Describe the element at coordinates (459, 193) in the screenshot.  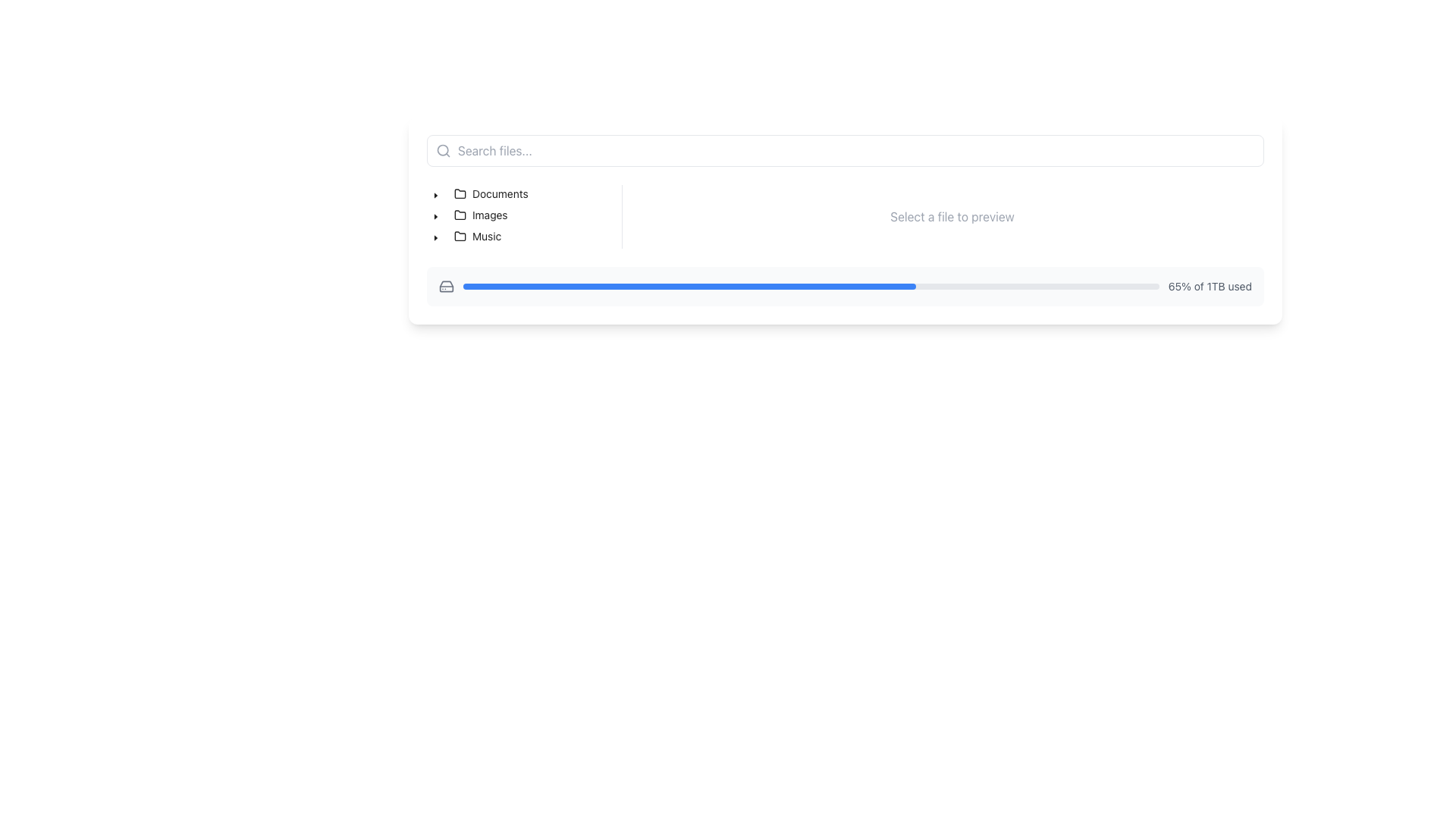
I see `the small dark folder icon located to the left of the 'Documents' label` at that location.